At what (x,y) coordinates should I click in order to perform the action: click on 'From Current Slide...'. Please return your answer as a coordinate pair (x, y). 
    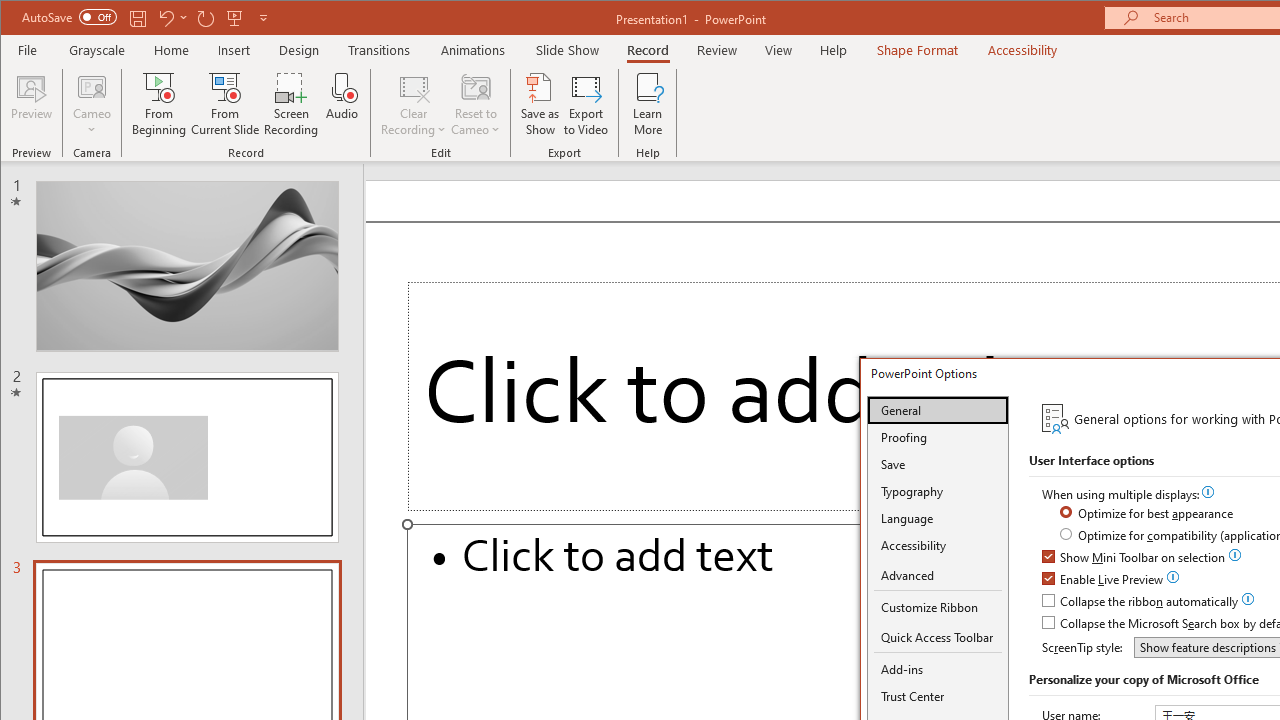
    Looking at the image, I should click on (225, 104).